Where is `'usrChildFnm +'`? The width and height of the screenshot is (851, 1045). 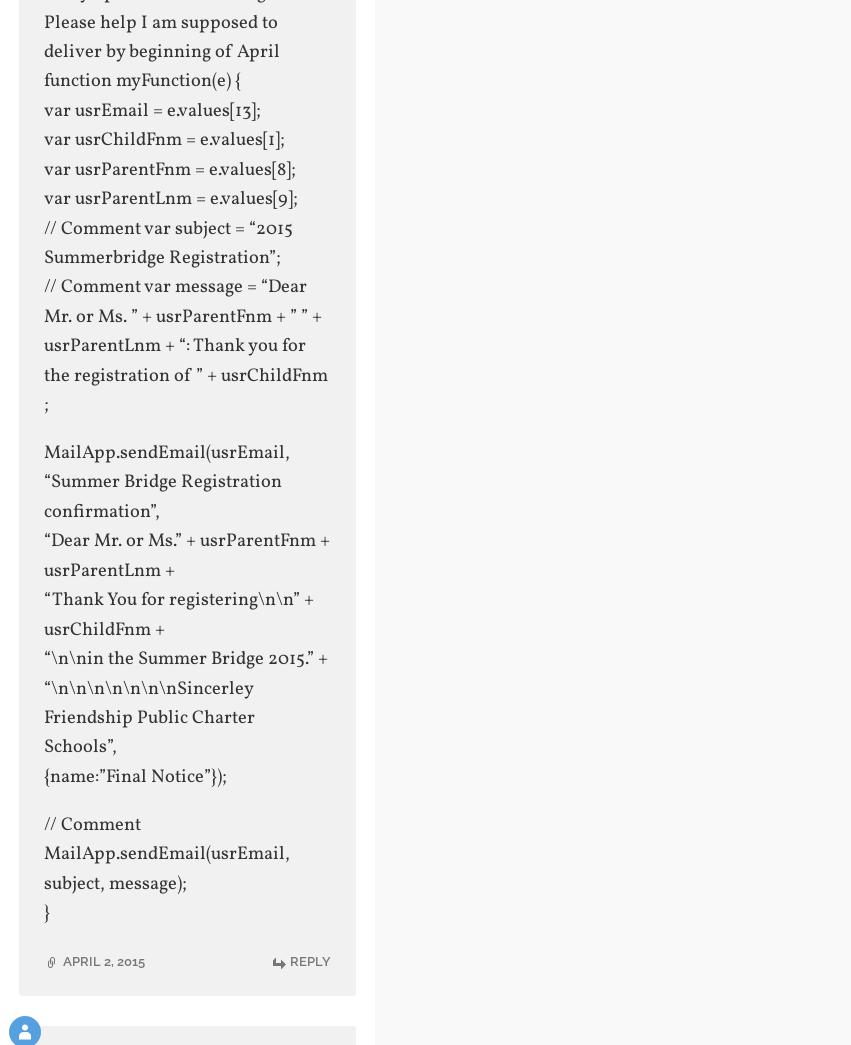 'usrChildFnm +' is located at coordinates (102, 627).